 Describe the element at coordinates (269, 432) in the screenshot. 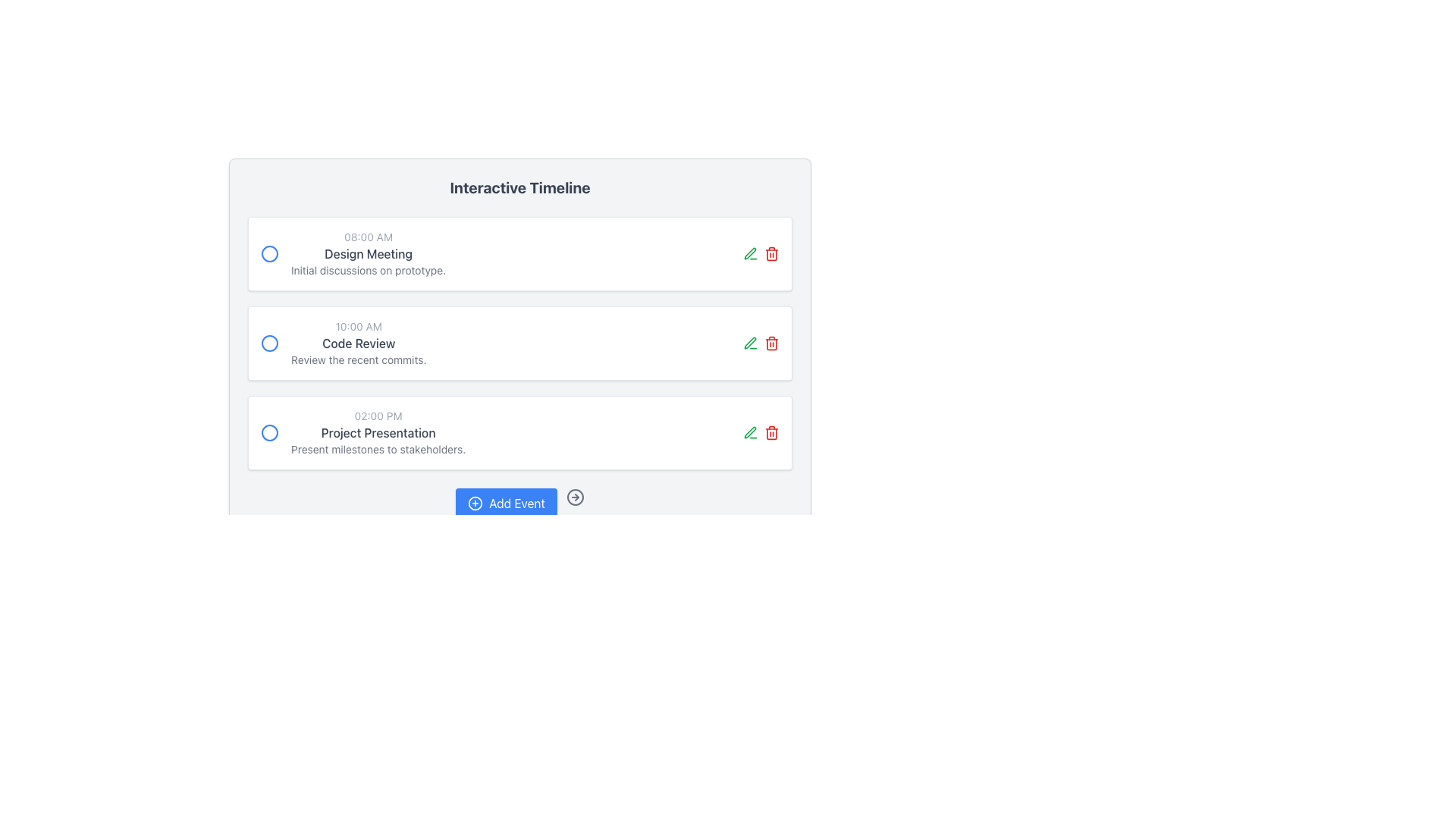

I see `the circular blue outlined icon located to the far left of the '02:00 PM Project Presentation' row` at that location.